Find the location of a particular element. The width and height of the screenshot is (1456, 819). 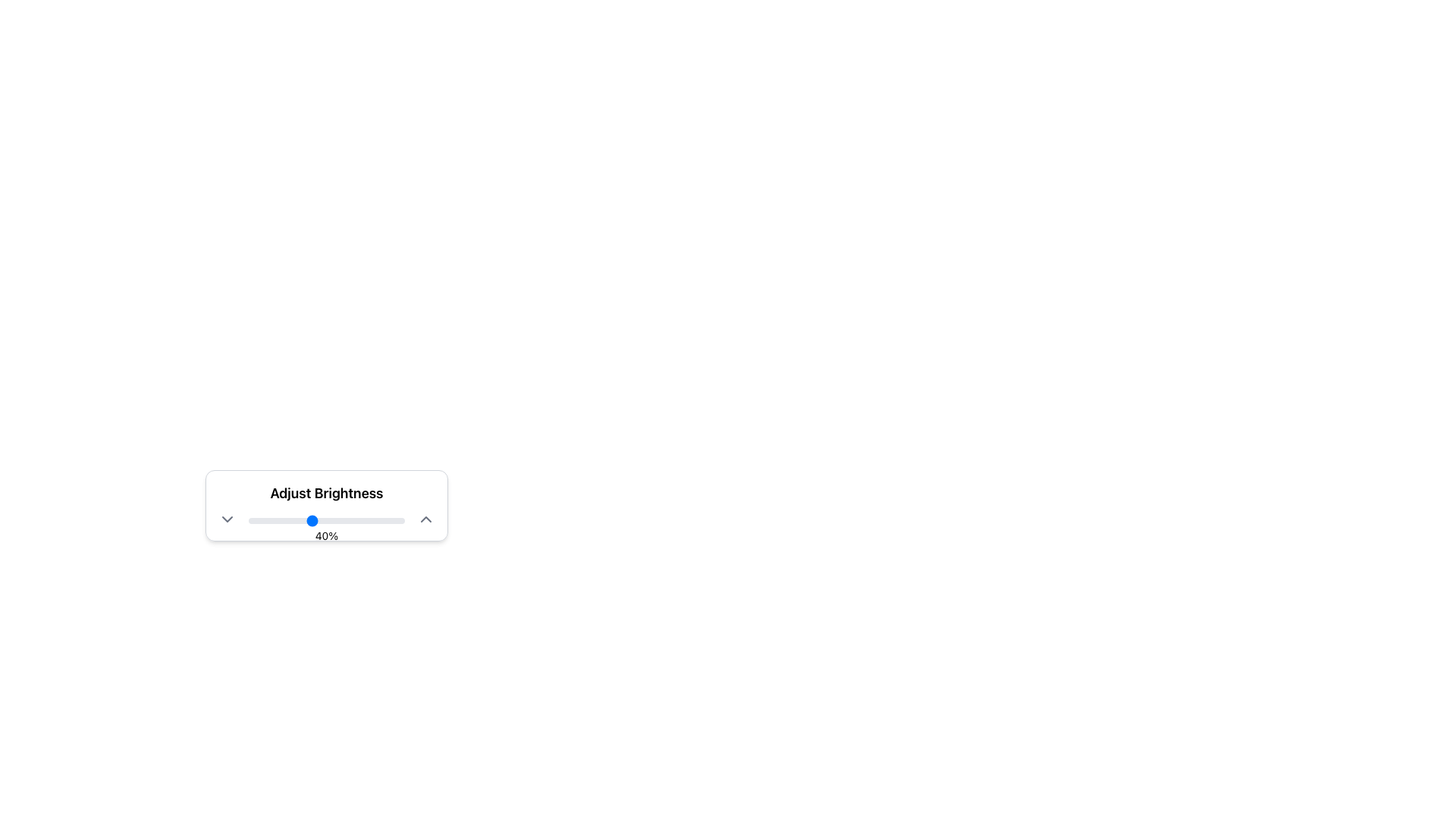

the chevron-down icon button located in the 'Adjust Brightness' interface is located at coordinates (226, 519).